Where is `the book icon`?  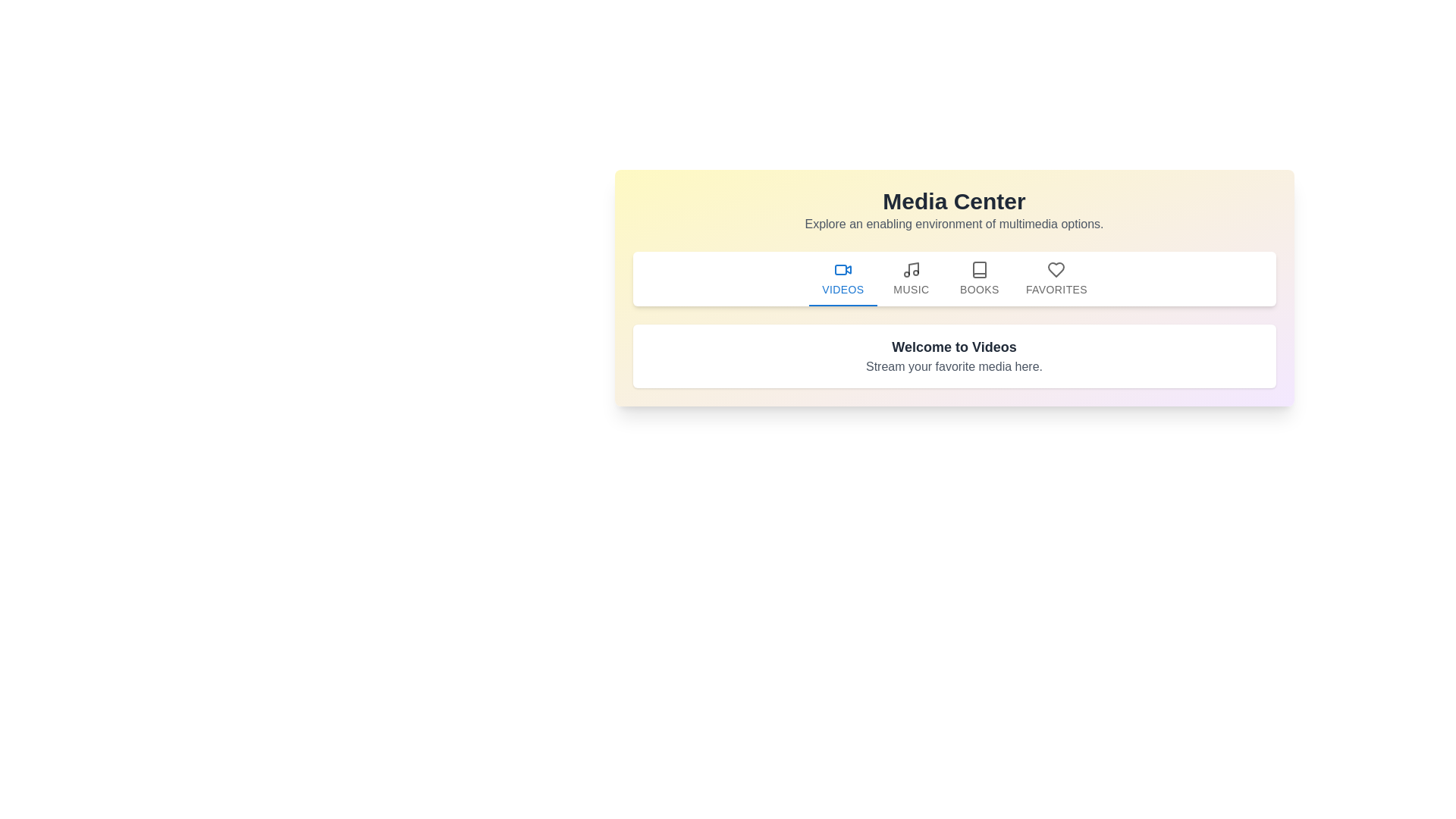 the book icon is located at coordinates (979, 269).